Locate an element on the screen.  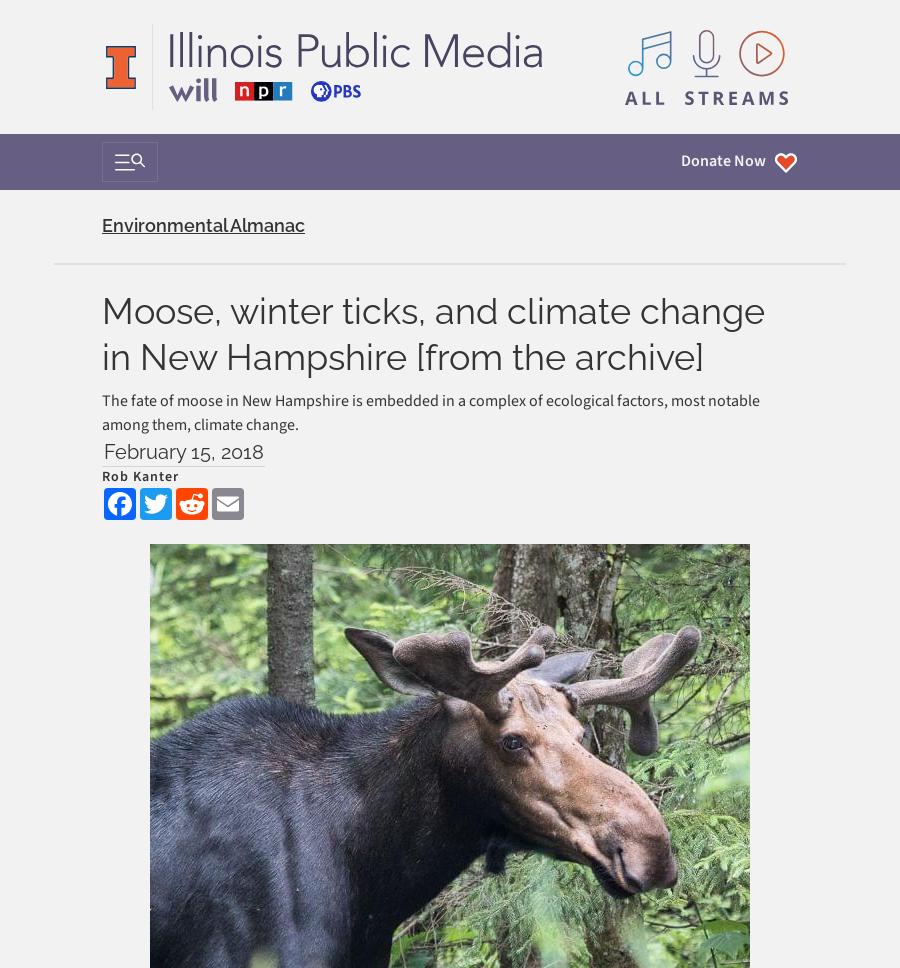
'Privacy Notice' is located at coordinates (143, 638).